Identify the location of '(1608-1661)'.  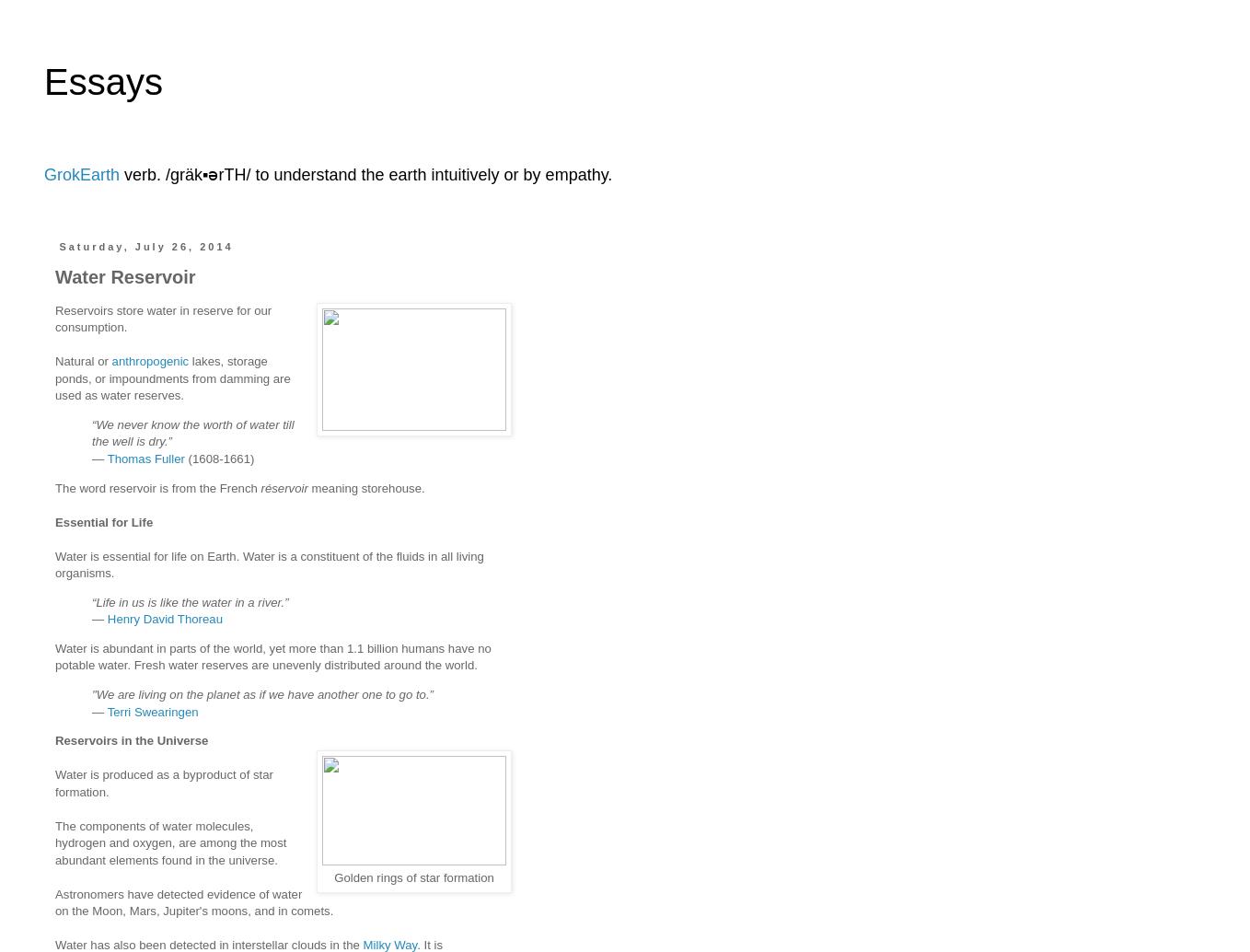
(183, 457).